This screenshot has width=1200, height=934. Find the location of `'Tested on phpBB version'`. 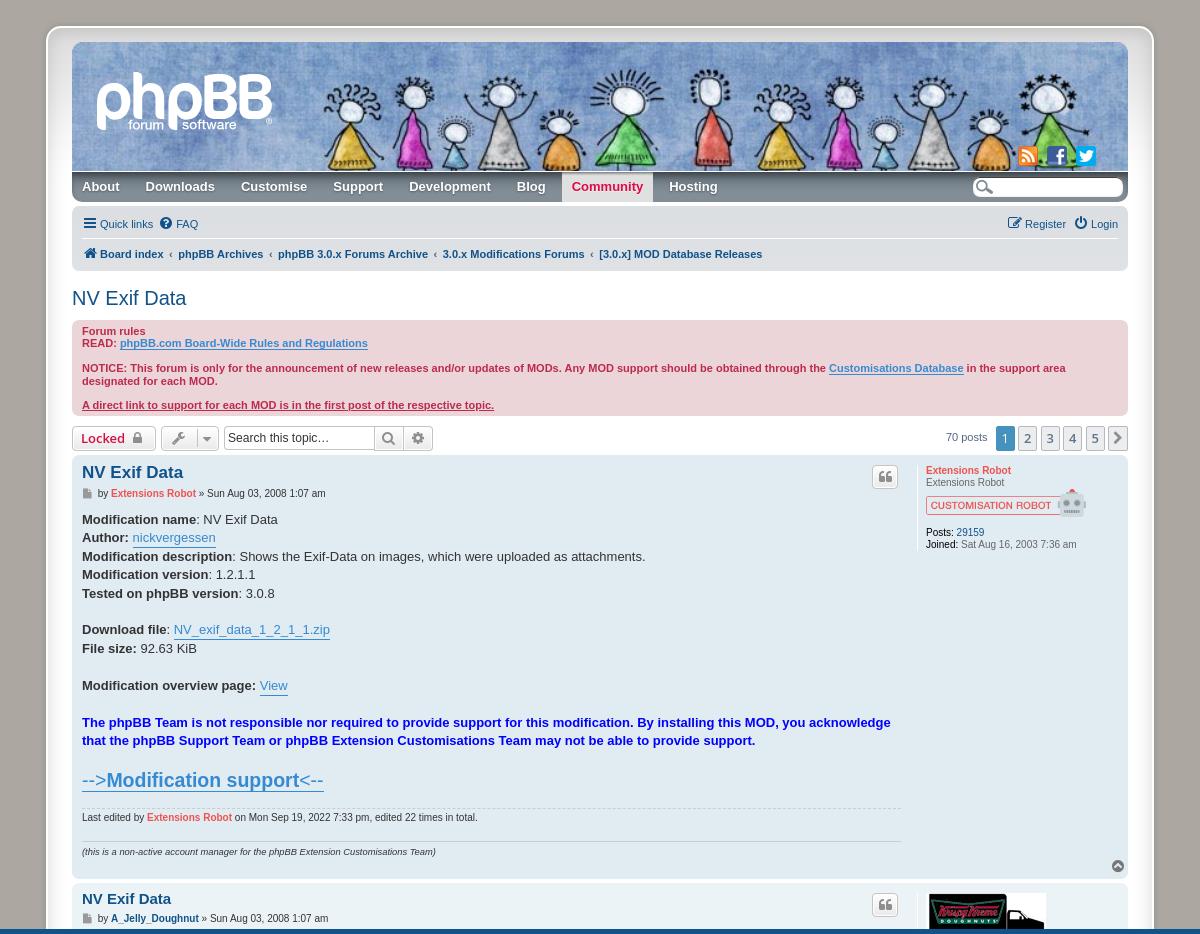

'Tested on phpBB version' is located at coordinates (81, 591).